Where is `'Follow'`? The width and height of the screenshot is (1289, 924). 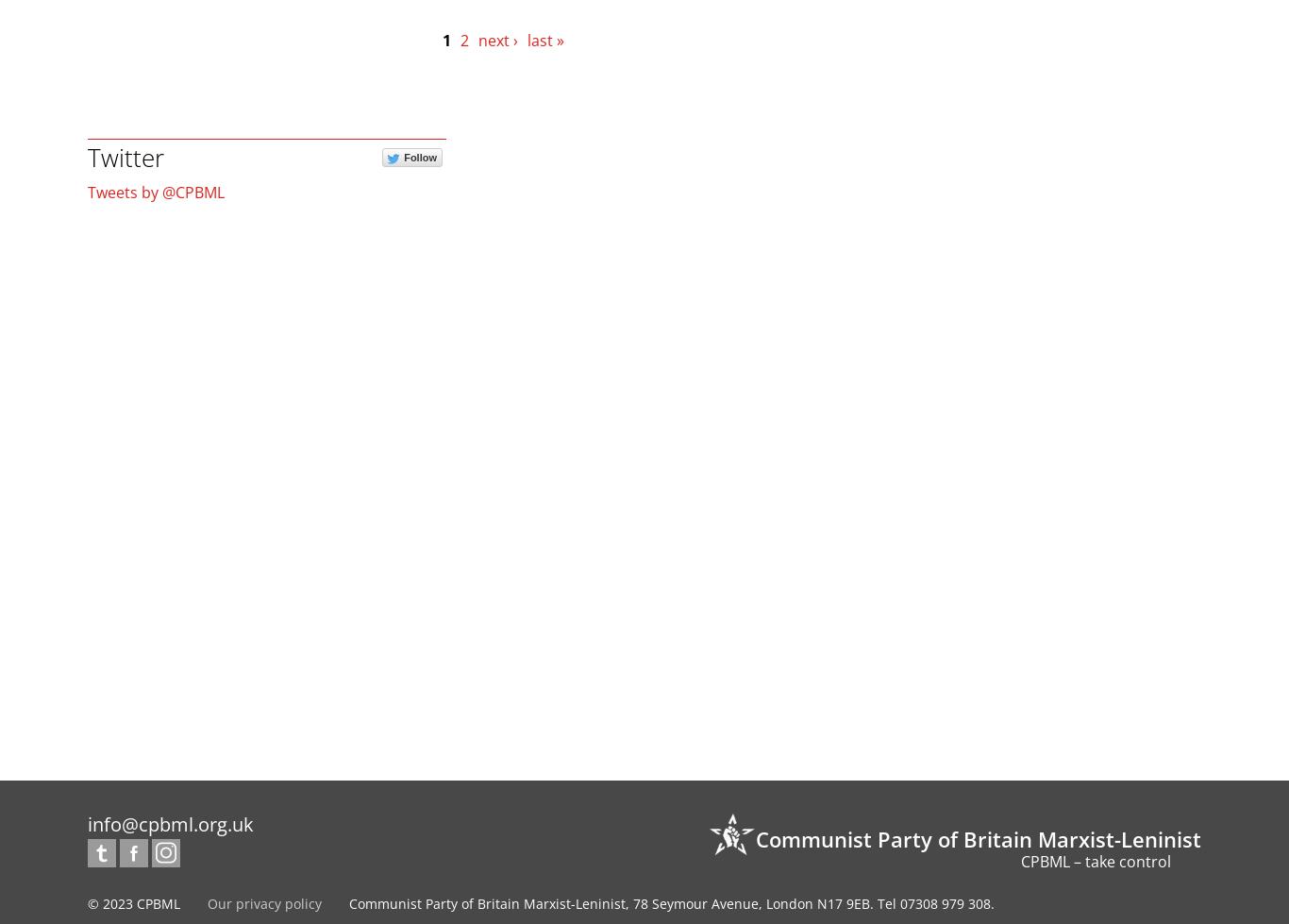
'Follow' is located at coordinates (419, 157).